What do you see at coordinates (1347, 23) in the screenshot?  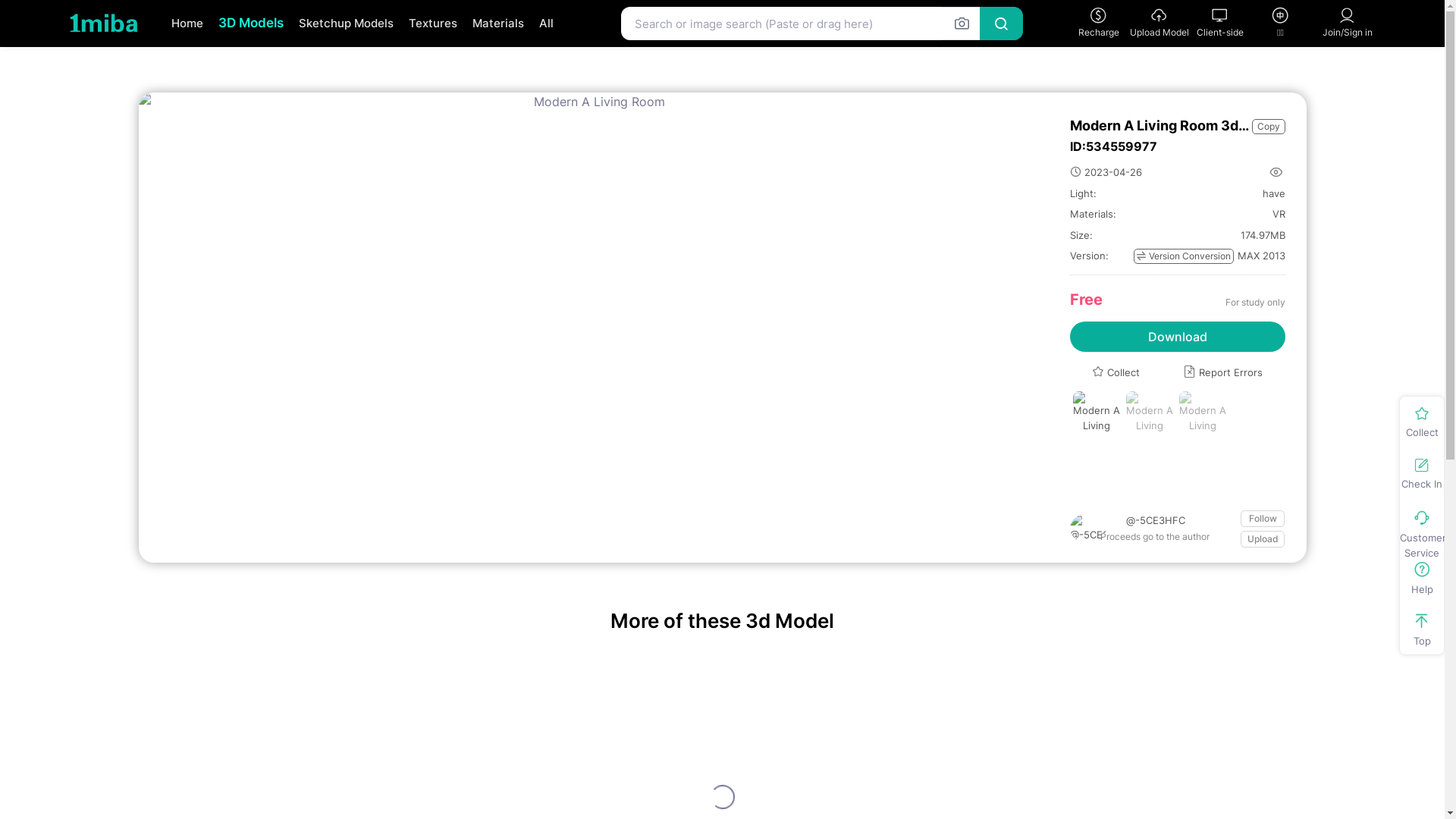 I see `'Join/Sign in'` at bounding box center [1347, 23].